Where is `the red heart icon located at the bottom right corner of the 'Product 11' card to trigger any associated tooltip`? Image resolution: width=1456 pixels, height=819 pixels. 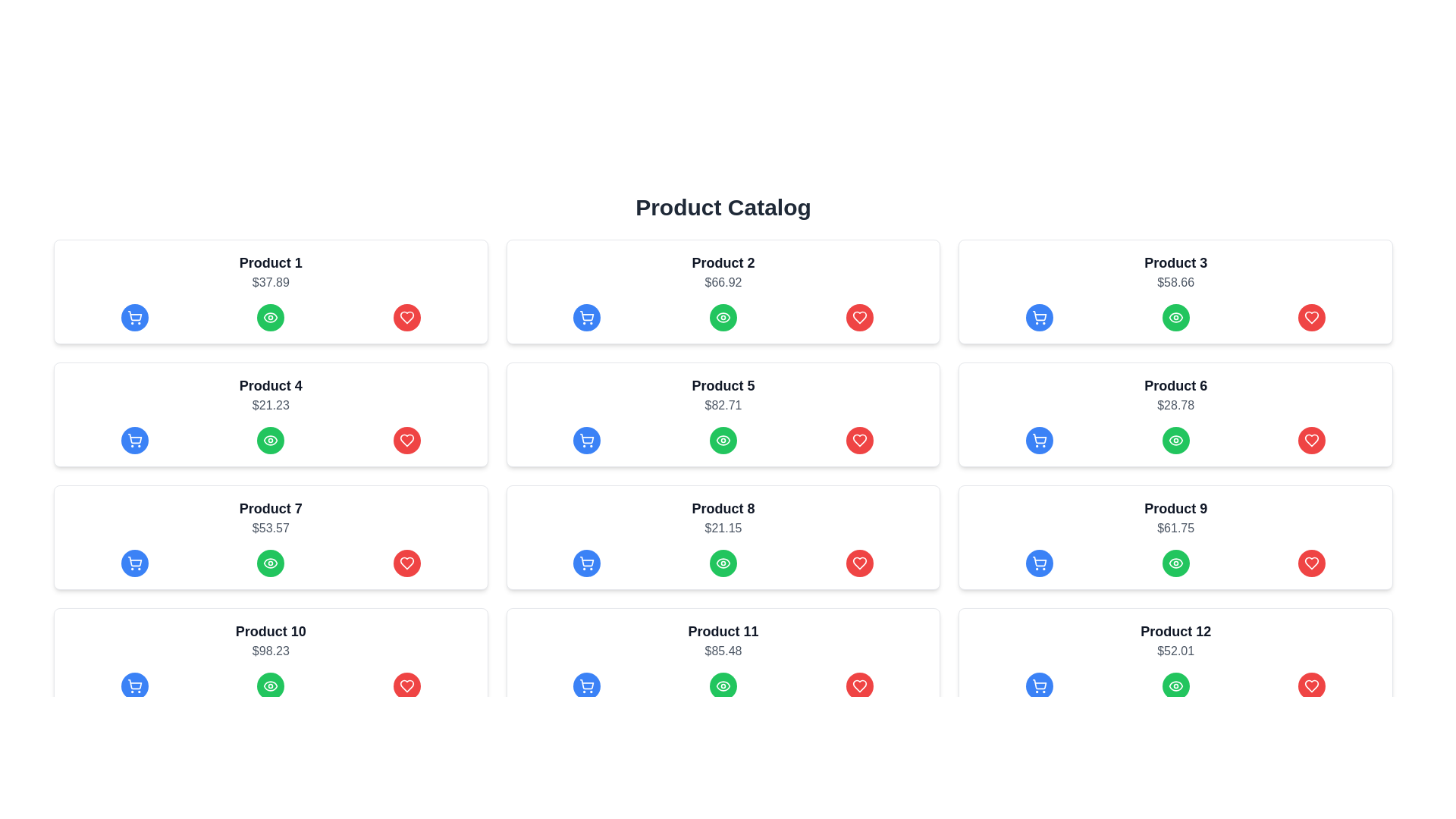
the red heart icon located at the bottom right corner of the 'Product 11' card to trigger any associated tooltip is located at coordinates (859, 686).